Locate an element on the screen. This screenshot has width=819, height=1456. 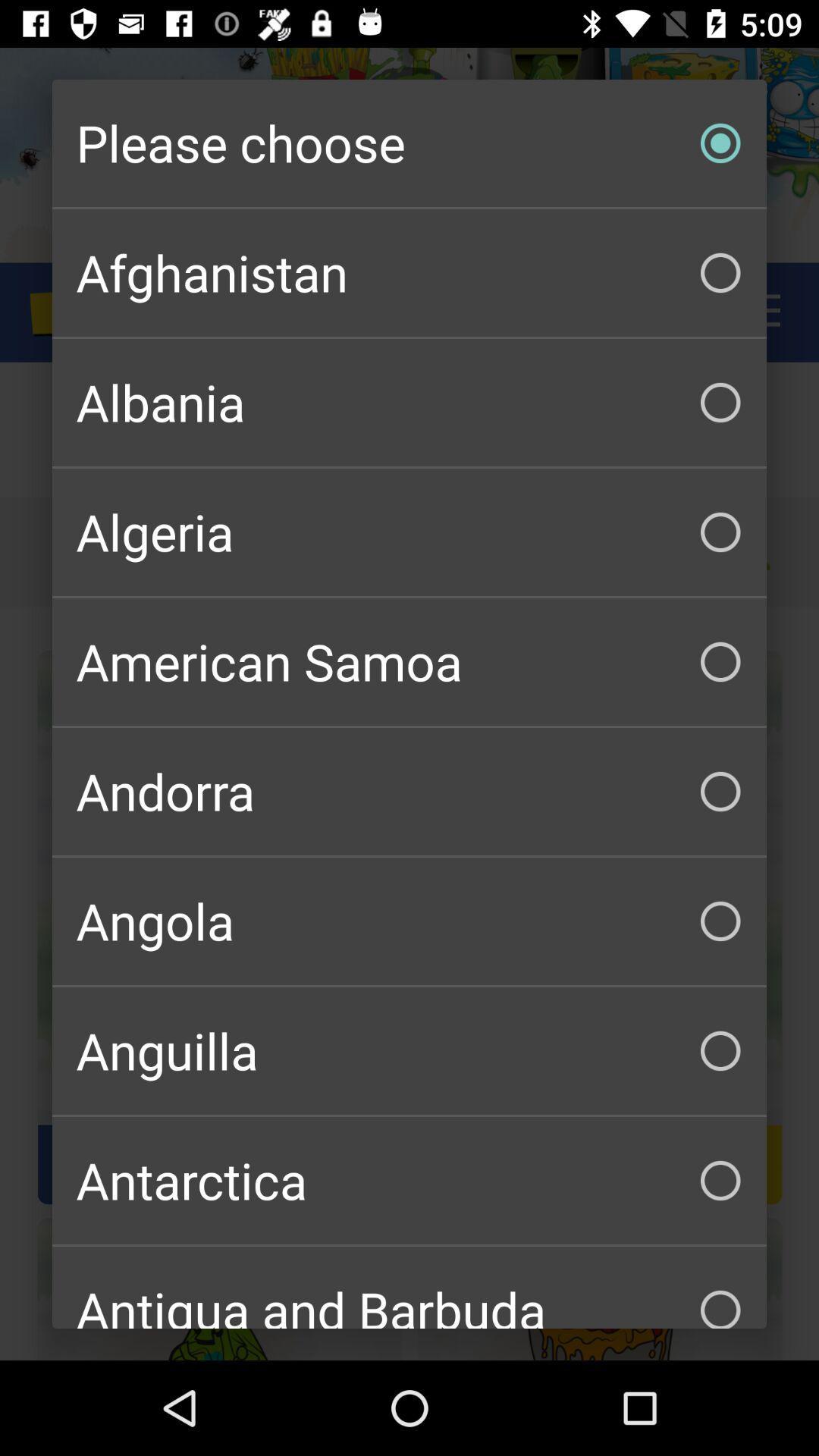
andorra checkbox is located at coordinates (409, 790).